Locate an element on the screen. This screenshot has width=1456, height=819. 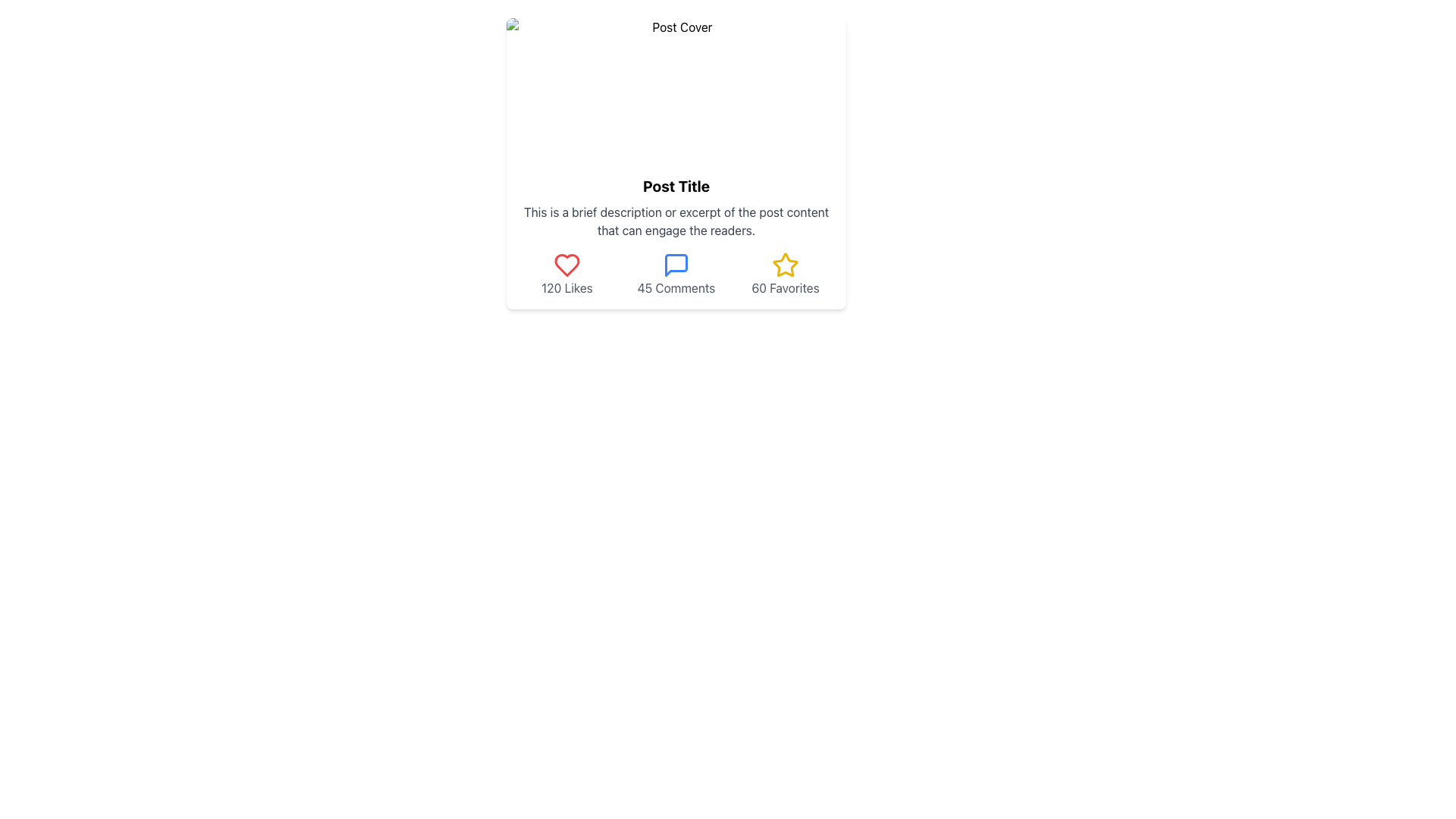
the blue speech bubble icon that symbolizes communication, located in the group displaying '45 Comments' is located at coordinates (676, 265).